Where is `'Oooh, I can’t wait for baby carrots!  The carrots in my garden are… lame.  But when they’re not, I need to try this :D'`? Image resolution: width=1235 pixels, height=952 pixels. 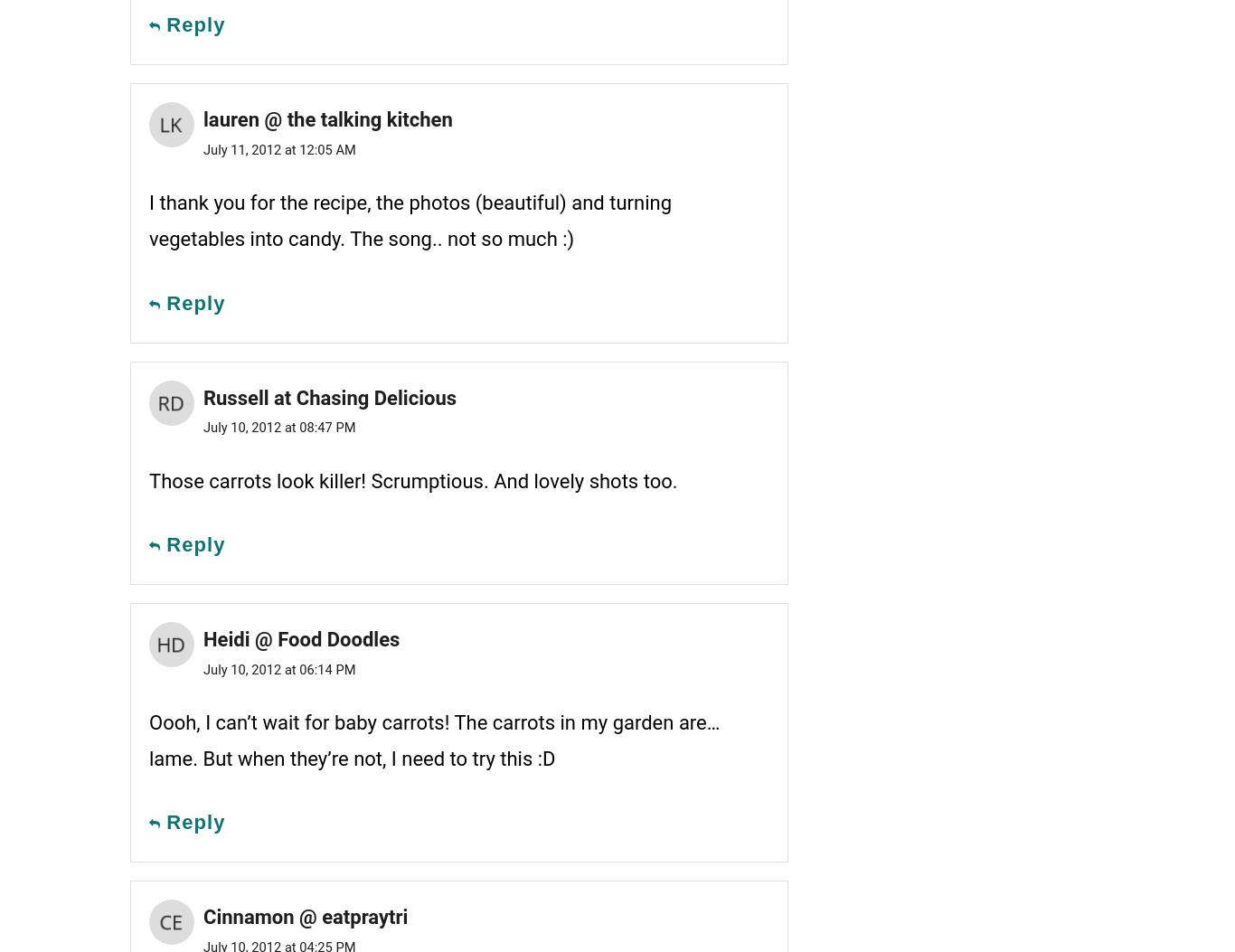
'Oooh, I can’t wait for baby carrots!  The carrots in my garden are… lame.  But when they’re not, I need to try this :D' is located at coordinates (434, 740).